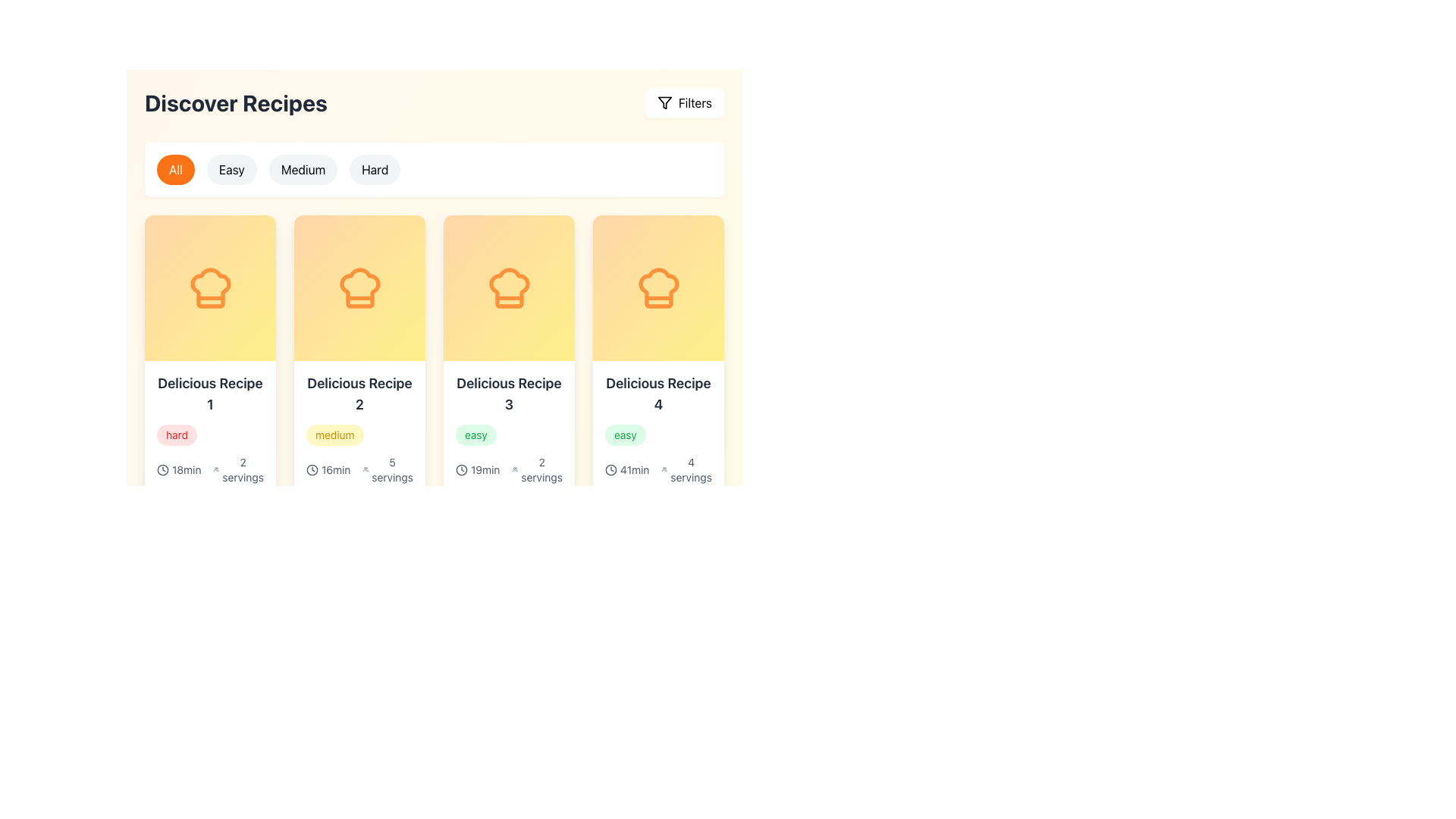 The height and width of the screenshot is (819, 1456). I want to click on the Informational Grid of 'Delicious Recipe 3', so click(509, 488).